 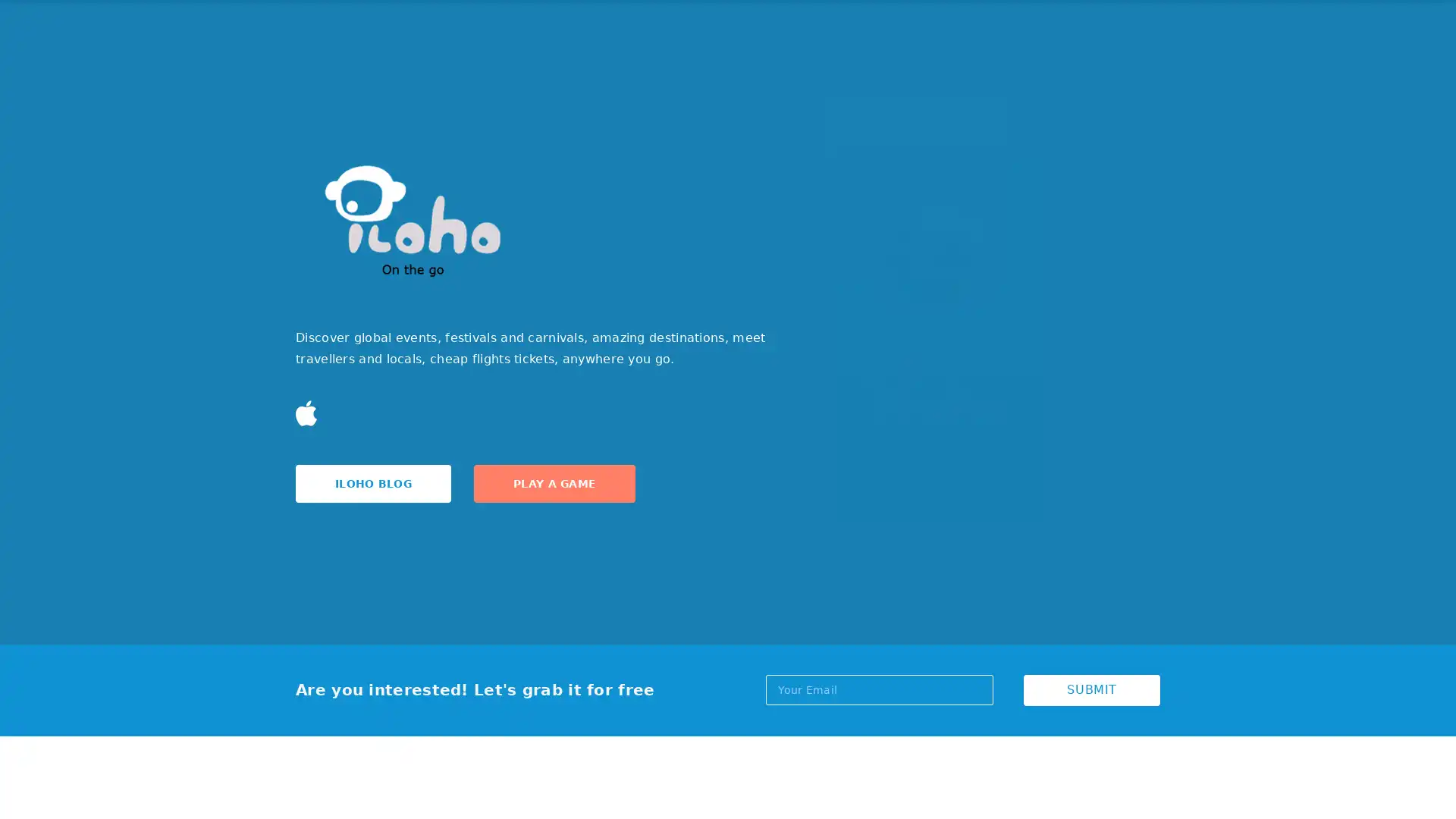 I want to click on SUBMIT, so click(x=1092, y=690).